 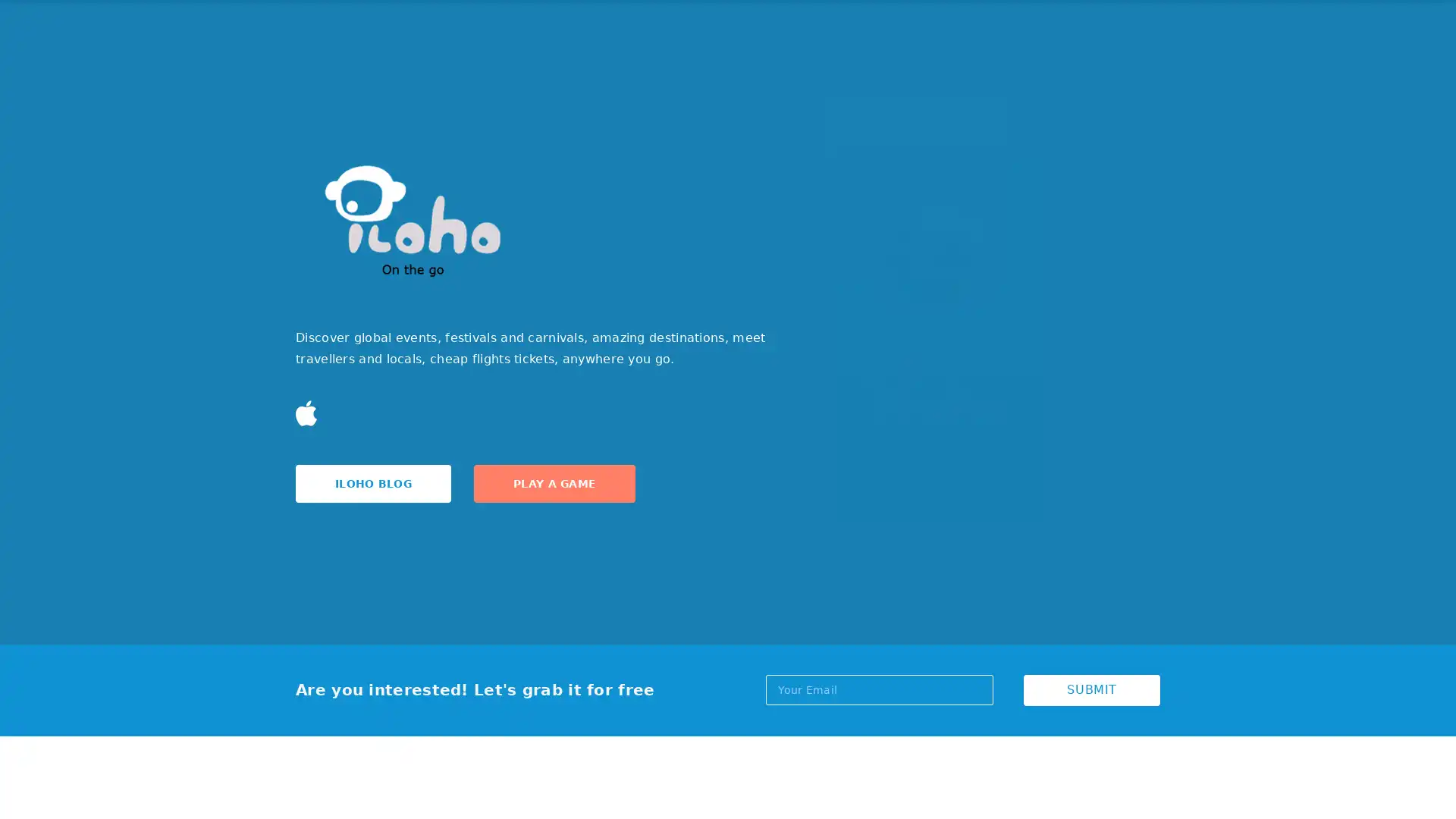 I want to click on SUBMIT, so click(x=1092, y=690).